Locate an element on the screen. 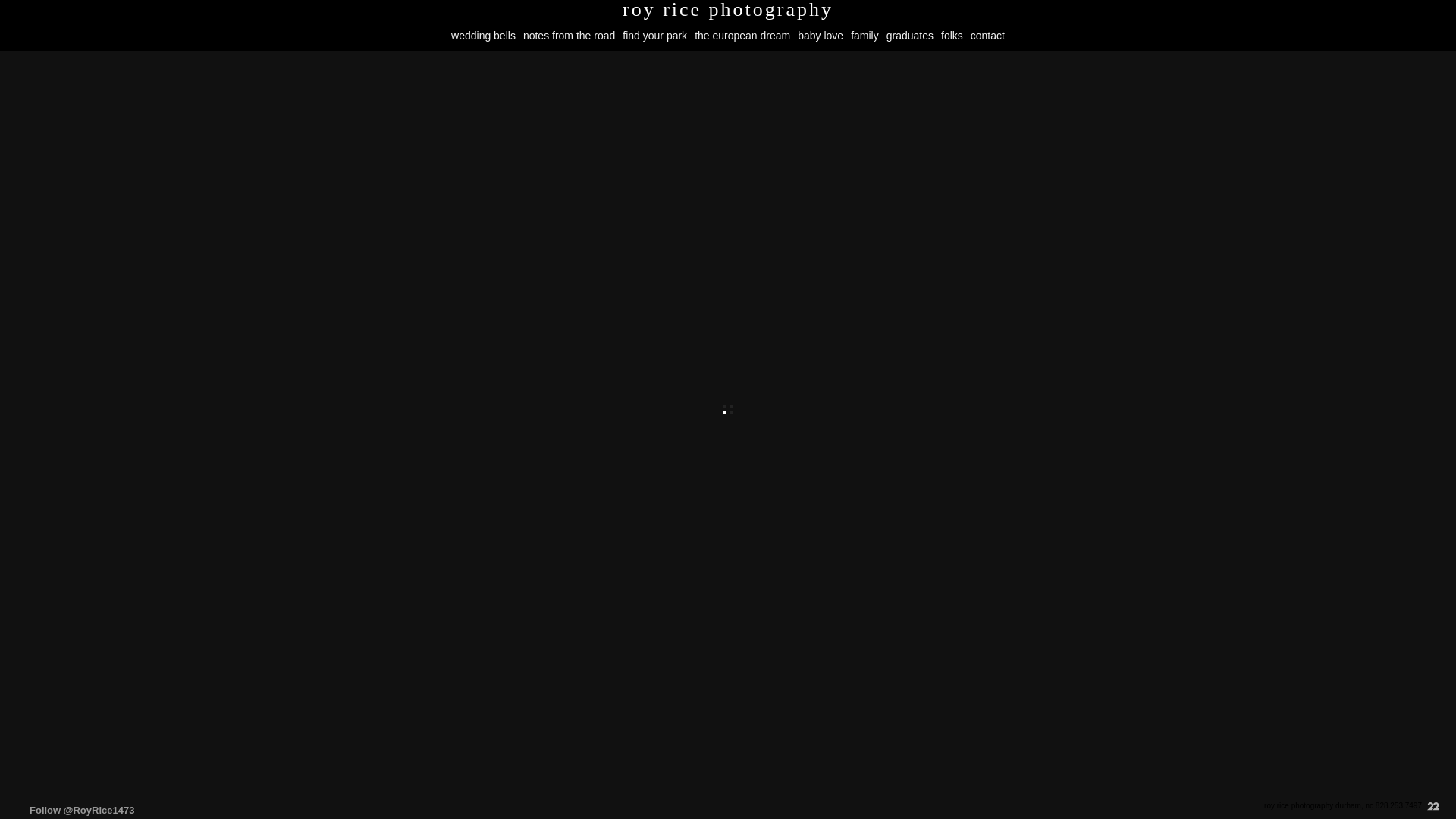 This screenshot has height=819, width=1456. 'Follow @RoyRice1473' is located at coordinates (81, 809).